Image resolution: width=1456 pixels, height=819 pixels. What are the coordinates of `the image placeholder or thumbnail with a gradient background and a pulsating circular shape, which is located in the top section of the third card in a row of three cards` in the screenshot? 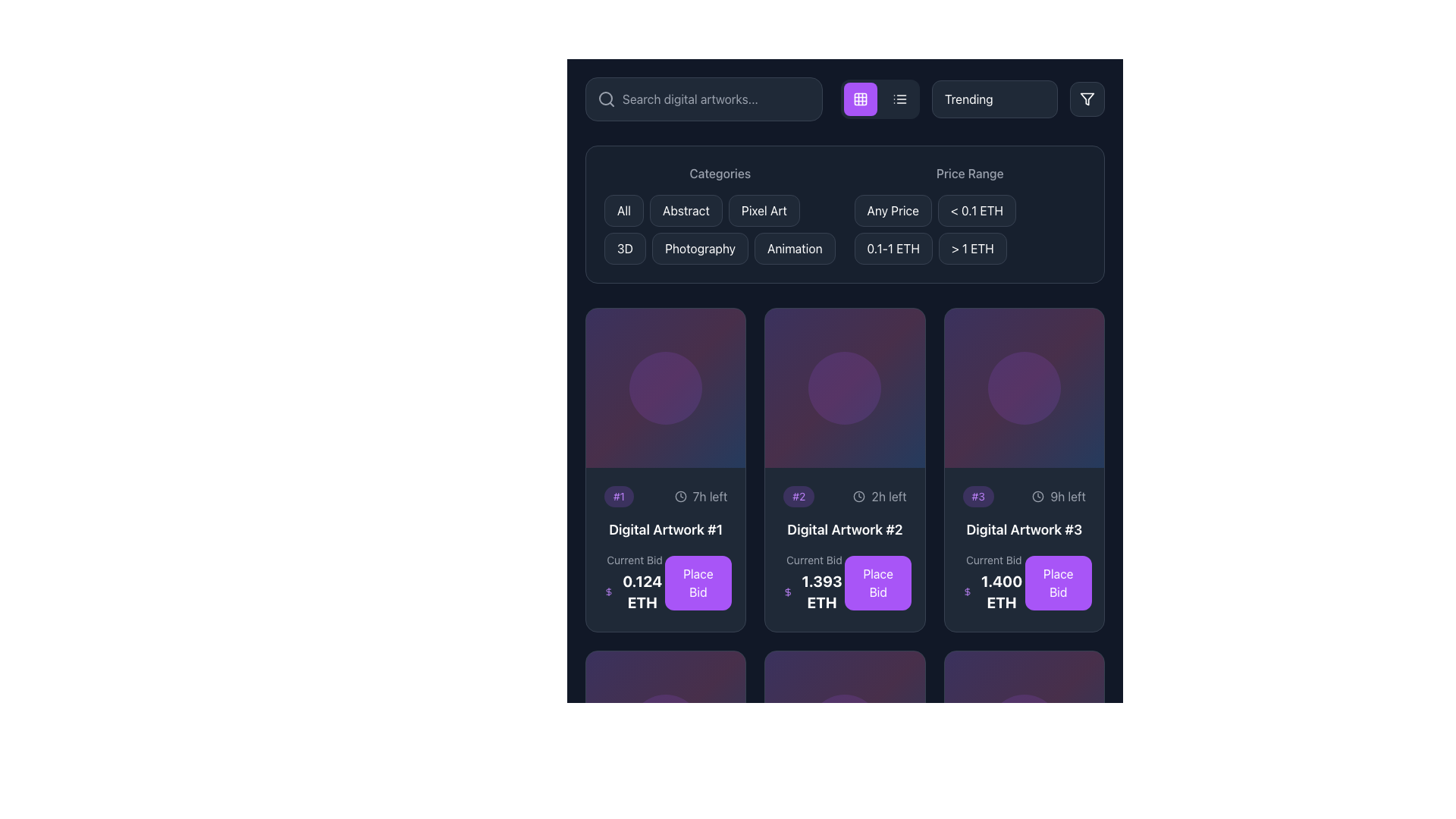 It's located at (1024, 388).